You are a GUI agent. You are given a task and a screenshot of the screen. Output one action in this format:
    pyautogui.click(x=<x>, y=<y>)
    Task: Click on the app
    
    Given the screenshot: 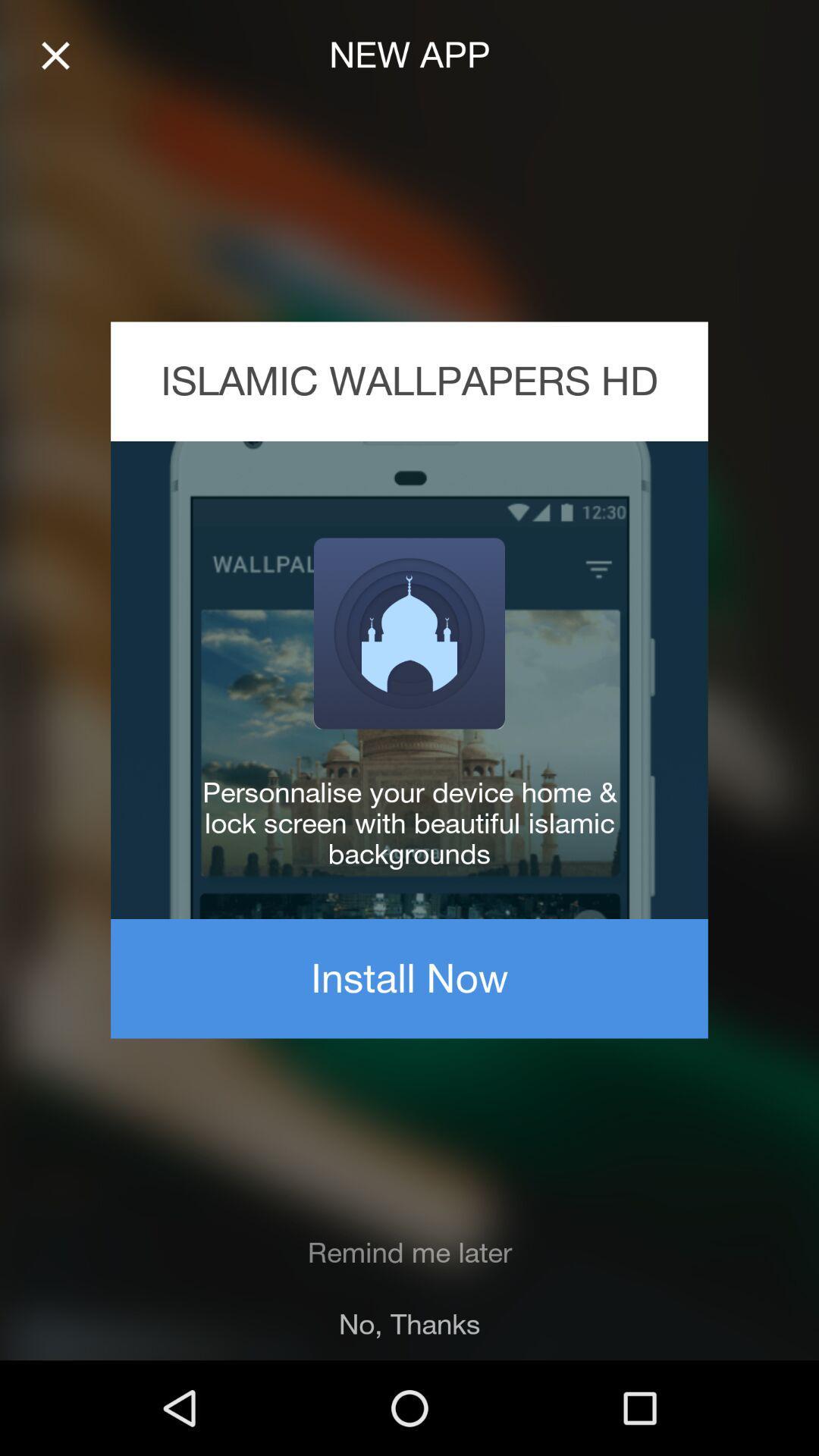 What is the action you would take?
    pyautogui.click(x=55, y=55)
    